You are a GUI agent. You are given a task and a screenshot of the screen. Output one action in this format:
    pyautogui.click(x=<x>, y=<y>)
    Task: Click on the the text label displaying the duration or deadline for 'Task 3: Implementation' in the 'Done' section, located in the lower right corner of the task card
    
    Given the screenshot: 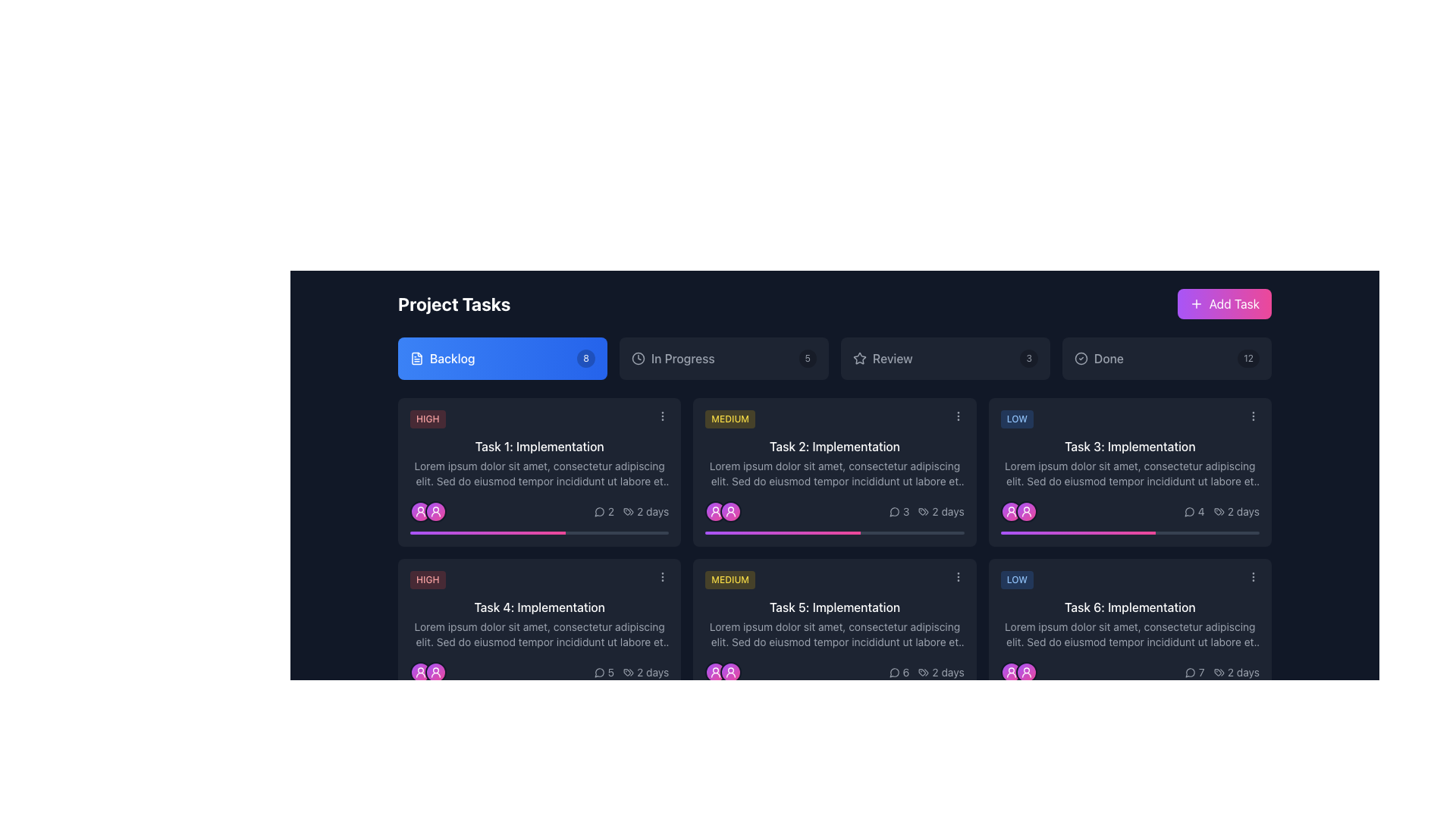 What is the action you would take?
    pyautogui.click(x=1243, y=512)
    